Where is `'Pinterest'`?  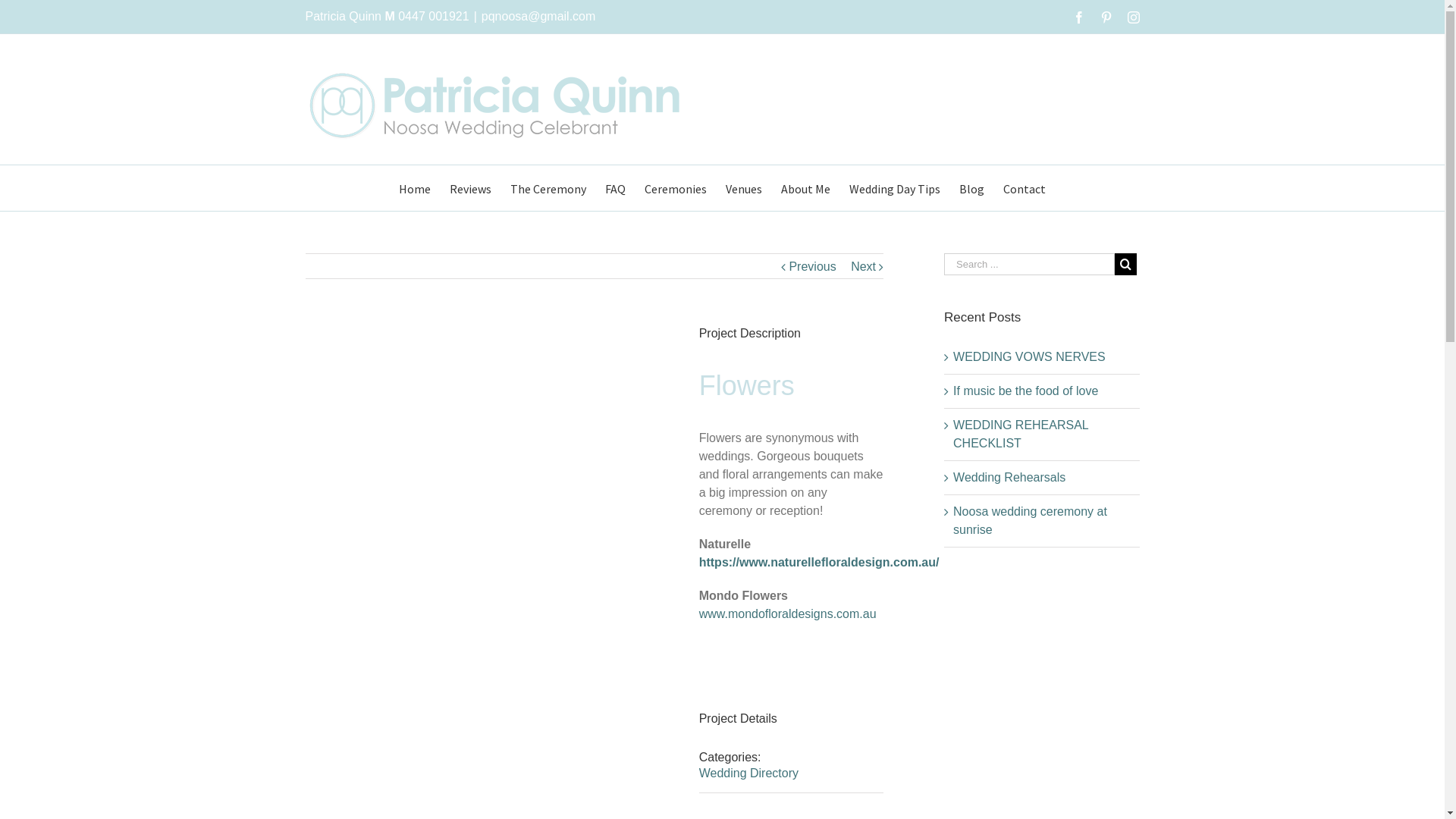
'Pinterest' is located at coordinates (1106, 17).